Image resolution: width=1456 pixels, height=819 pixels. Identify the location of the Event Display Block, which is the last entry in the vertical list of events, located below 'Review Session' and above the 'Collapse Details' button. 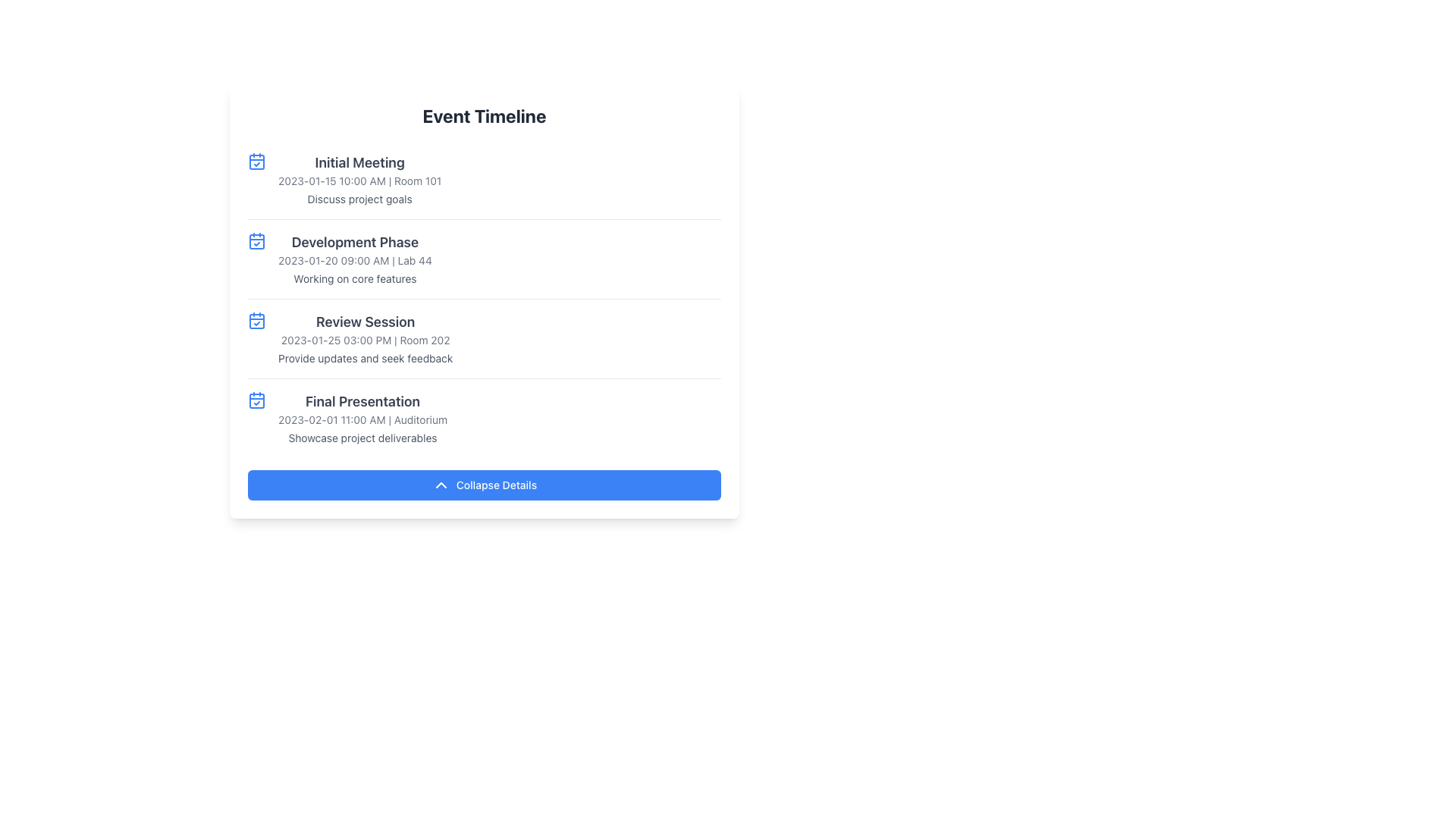
(483, 418).